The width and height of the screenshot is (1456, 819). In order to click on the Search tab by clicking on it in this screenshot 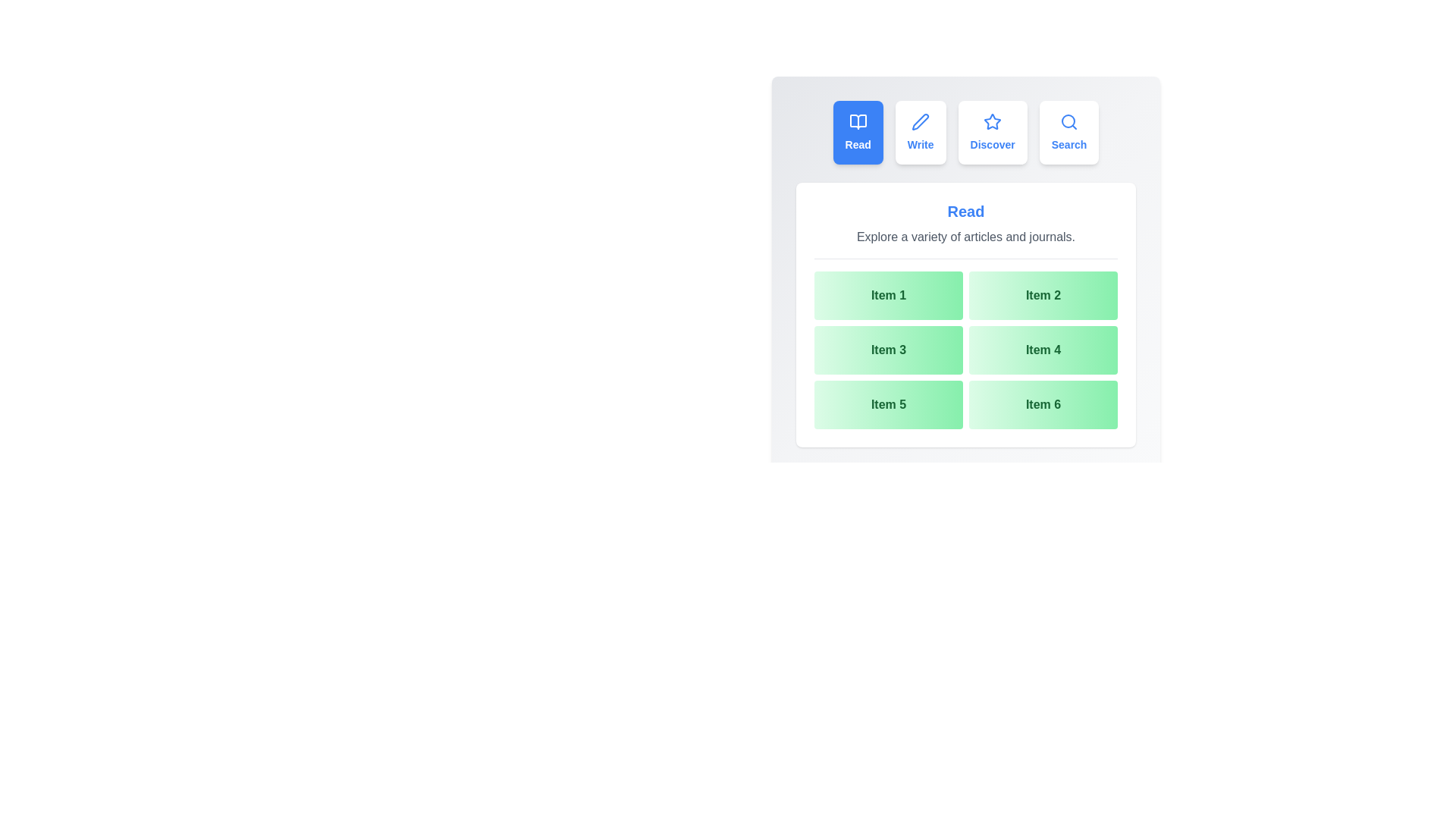, I will do `click(1068, 131)`.